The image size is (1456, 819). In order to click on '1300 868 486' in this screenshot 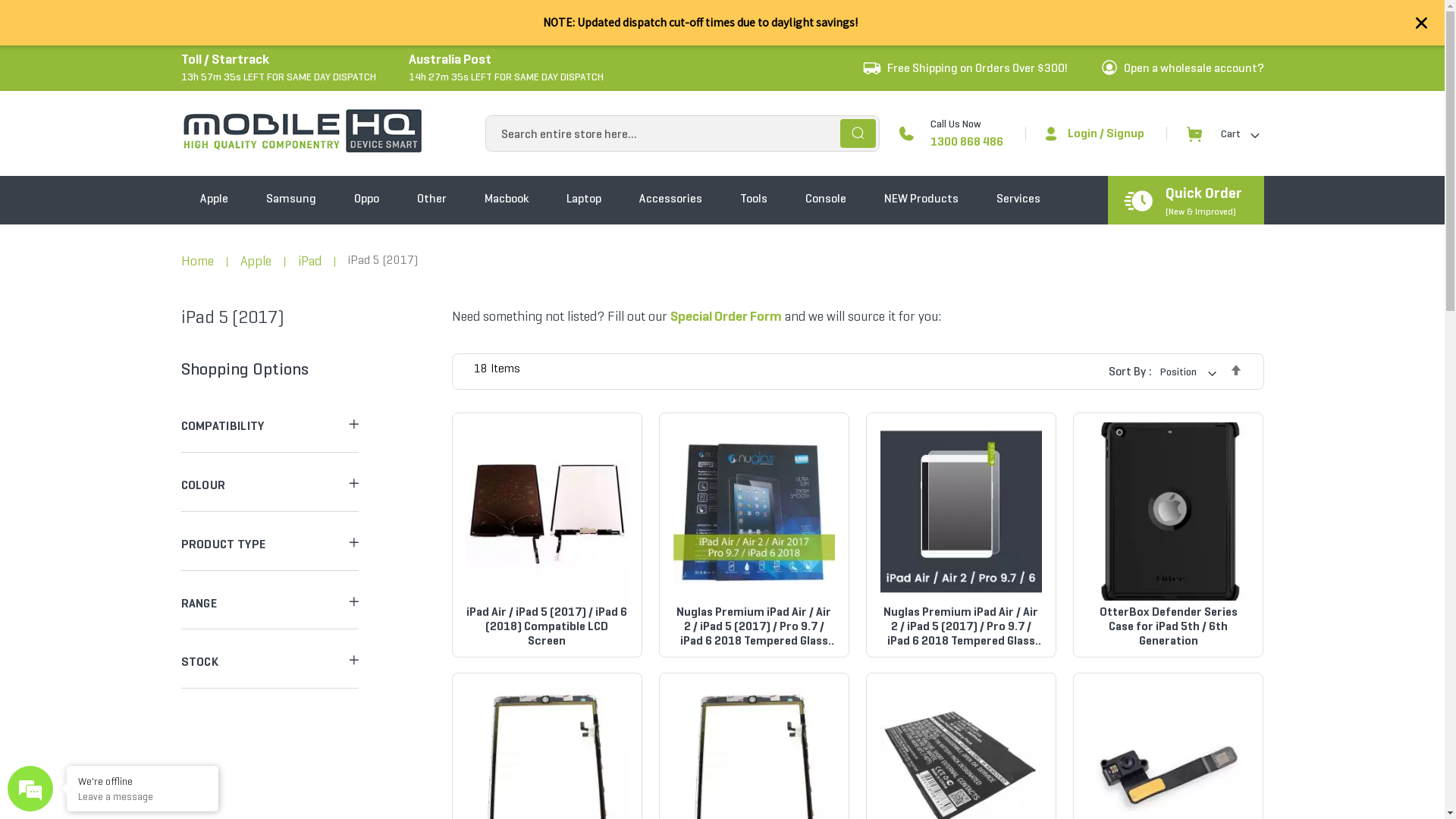, I will do `click(966, 96)`.